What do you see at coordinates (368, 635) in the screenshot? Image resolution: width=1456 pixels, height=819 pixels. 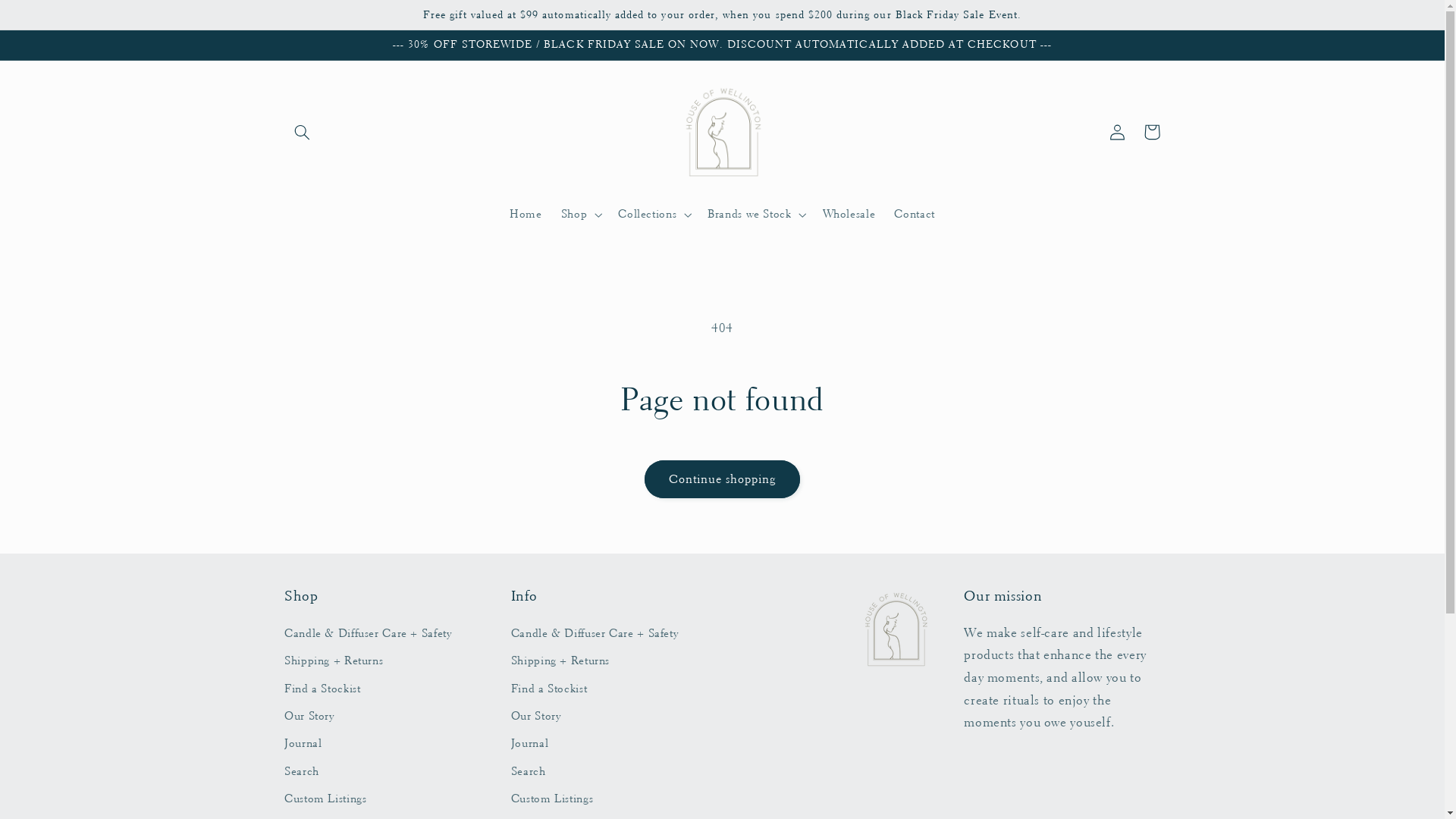 I see `'Candle & Diffuser Care + Safety'` at bounding box center [368, 635].